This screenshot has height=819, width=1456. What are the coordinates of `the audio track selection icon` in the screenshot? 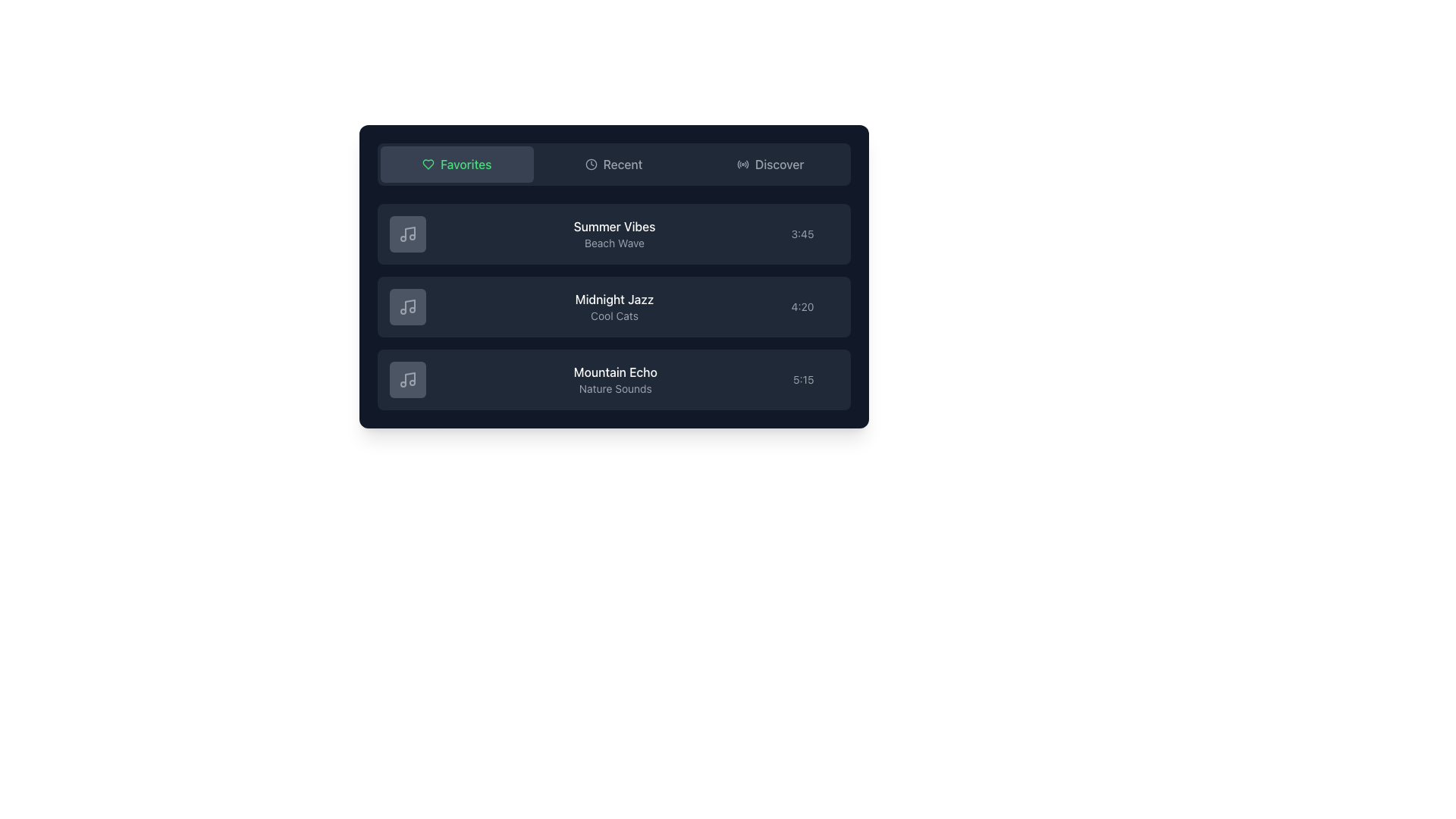 It's located at (407, 234).